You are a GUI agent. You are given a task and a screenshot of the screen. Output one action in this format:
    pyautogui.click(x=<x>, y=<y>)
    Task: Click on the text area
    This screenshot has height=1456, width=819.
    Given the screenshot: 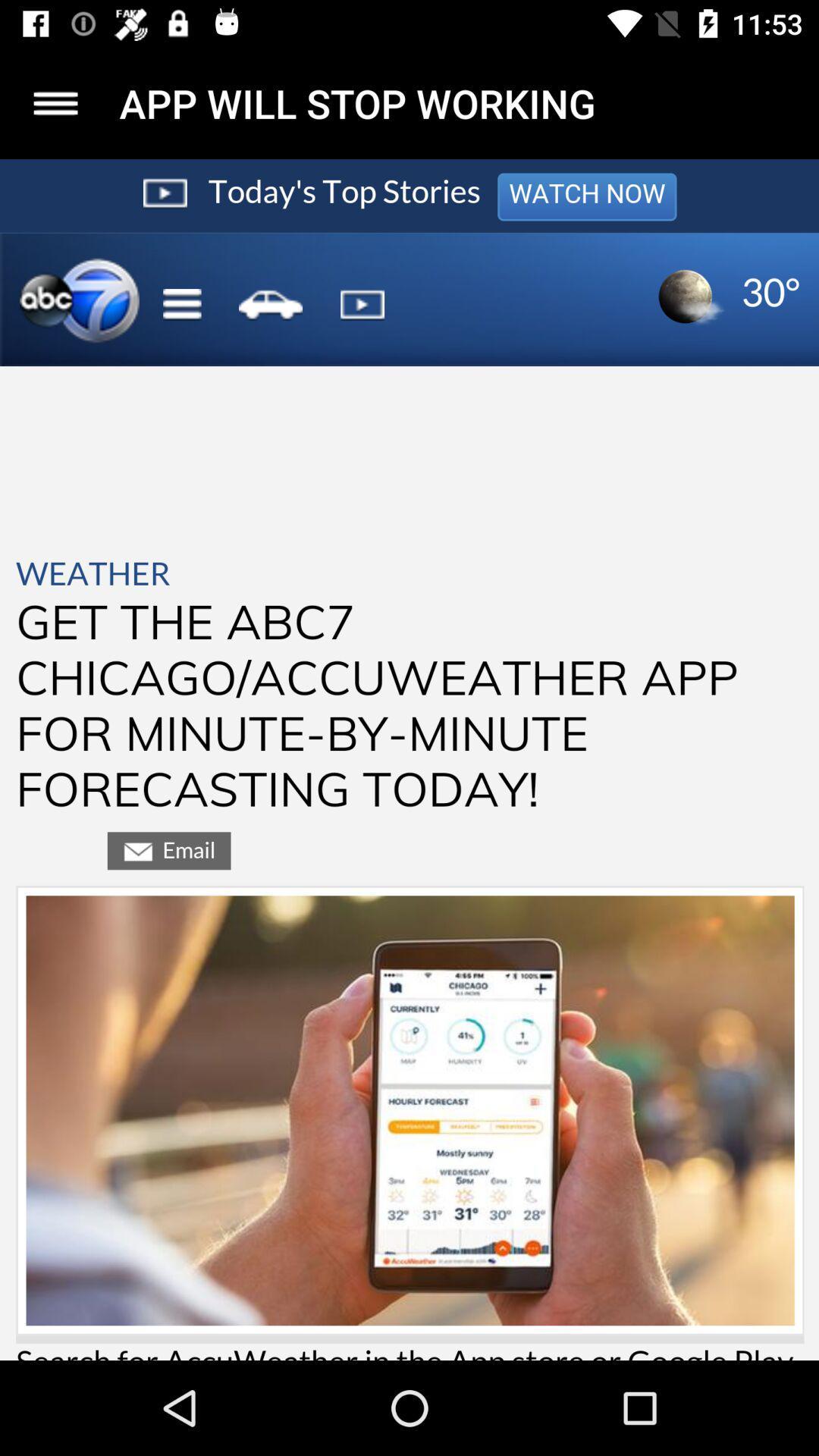 What is the action you would take?
    pyautogui.click(x=409, y=760)
    